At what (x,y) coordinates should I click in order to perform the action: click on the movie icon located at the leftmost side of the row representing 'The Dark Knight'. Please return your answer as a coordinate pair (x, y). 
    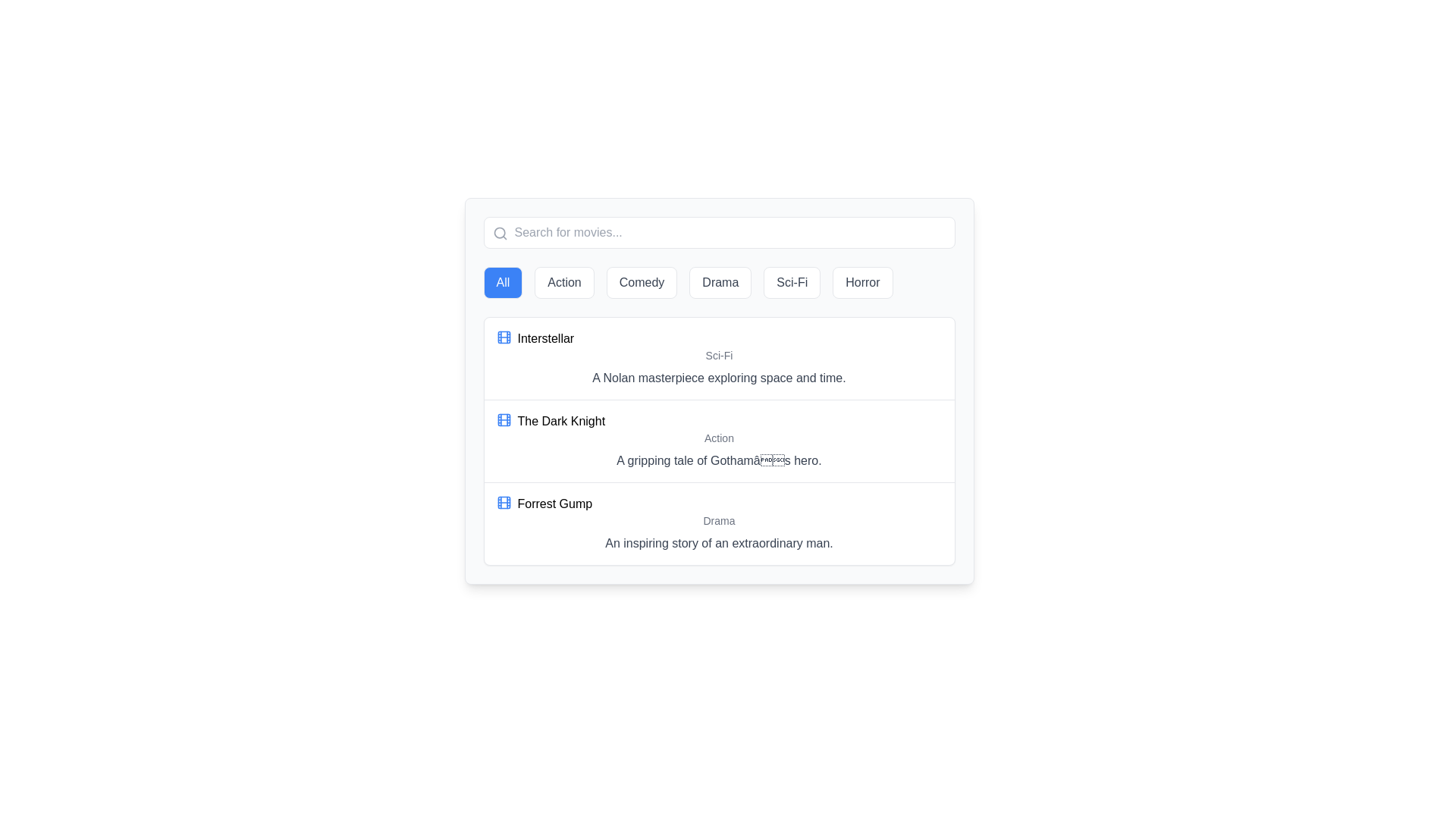
    Looking at the image, I should click on (504, 420).